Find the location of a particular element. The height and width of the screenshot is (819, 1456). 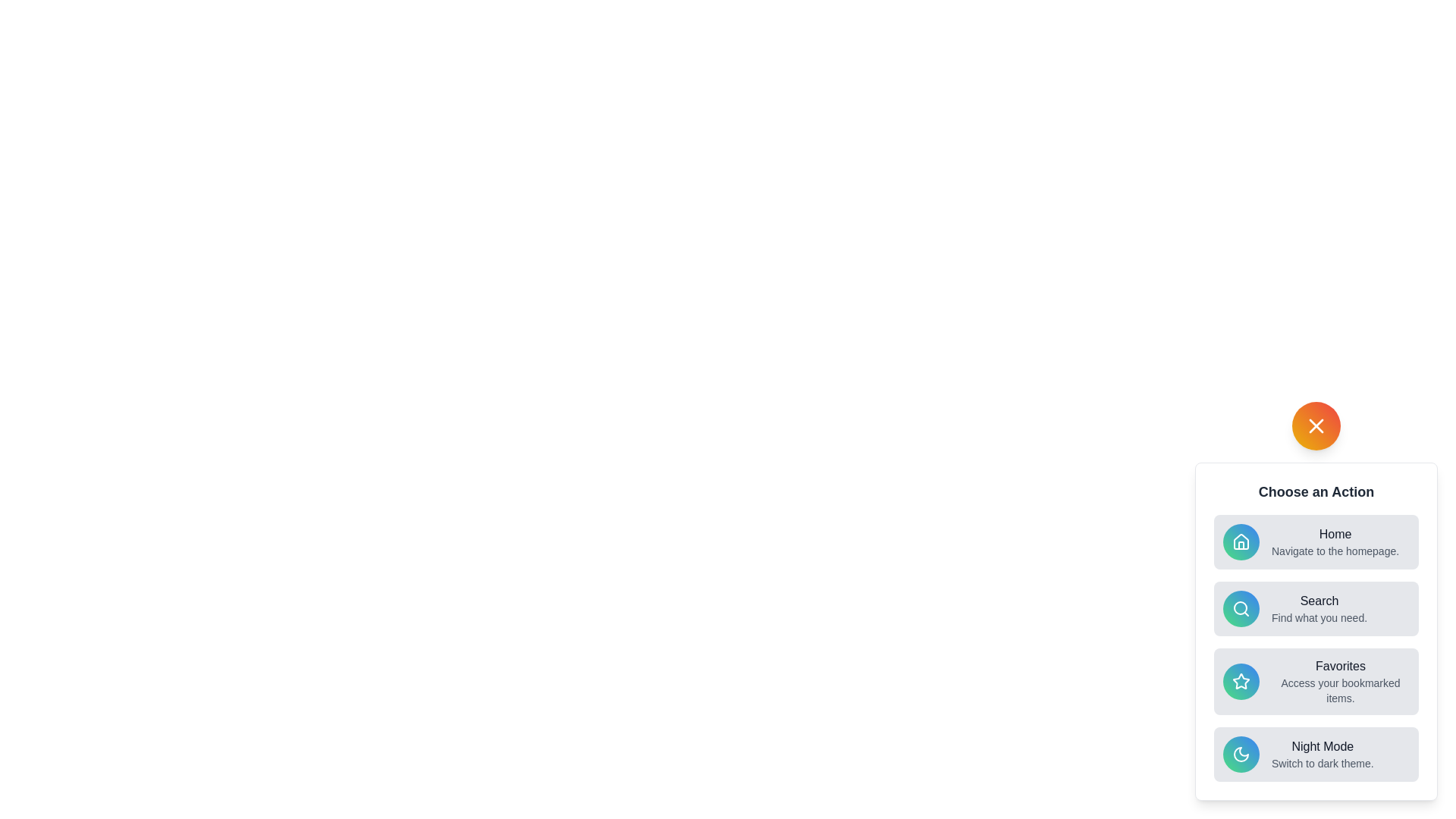

the 'Night Mode' option in the speed dial menu is located at coordinates (1316, 755).